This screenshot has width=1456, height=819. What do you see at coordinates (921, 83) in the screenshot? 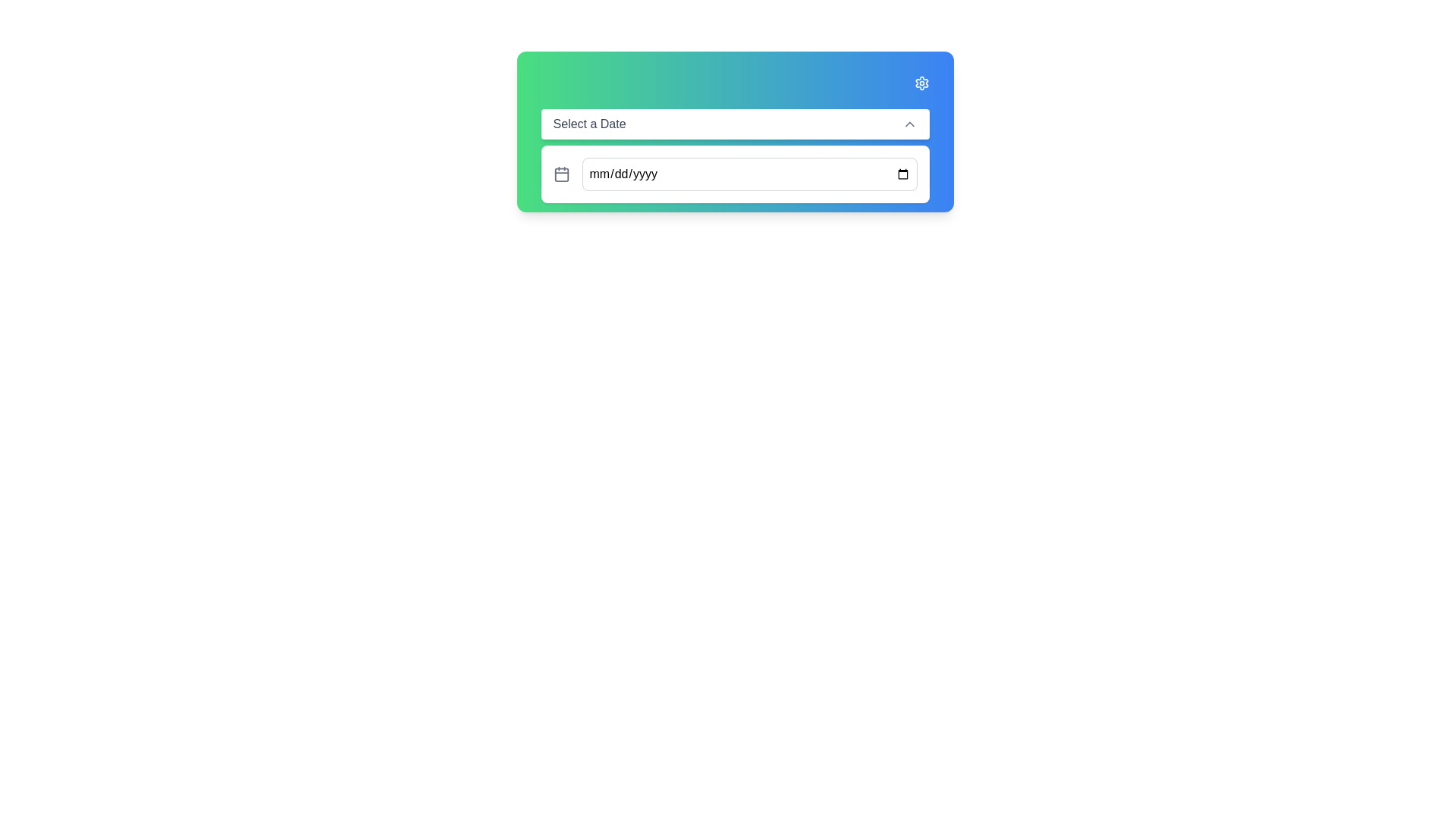
I see `the gear-shaped icon located in the top-right corner of the rectangular interface component` at bounding box center [921, 83].